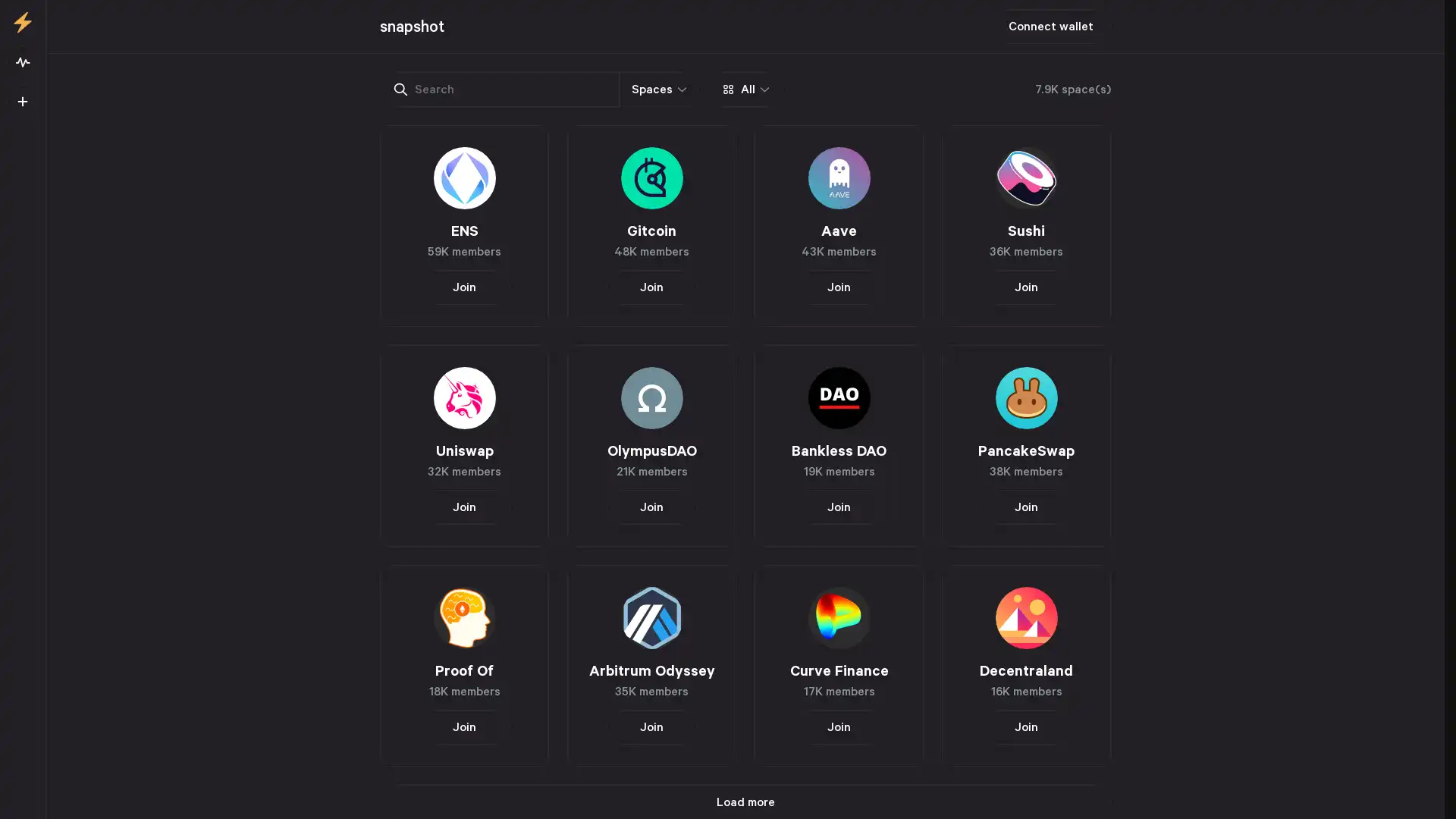  Describe the element at coordinates (1026, 507) in the screenshot. I see `Join` at that location.